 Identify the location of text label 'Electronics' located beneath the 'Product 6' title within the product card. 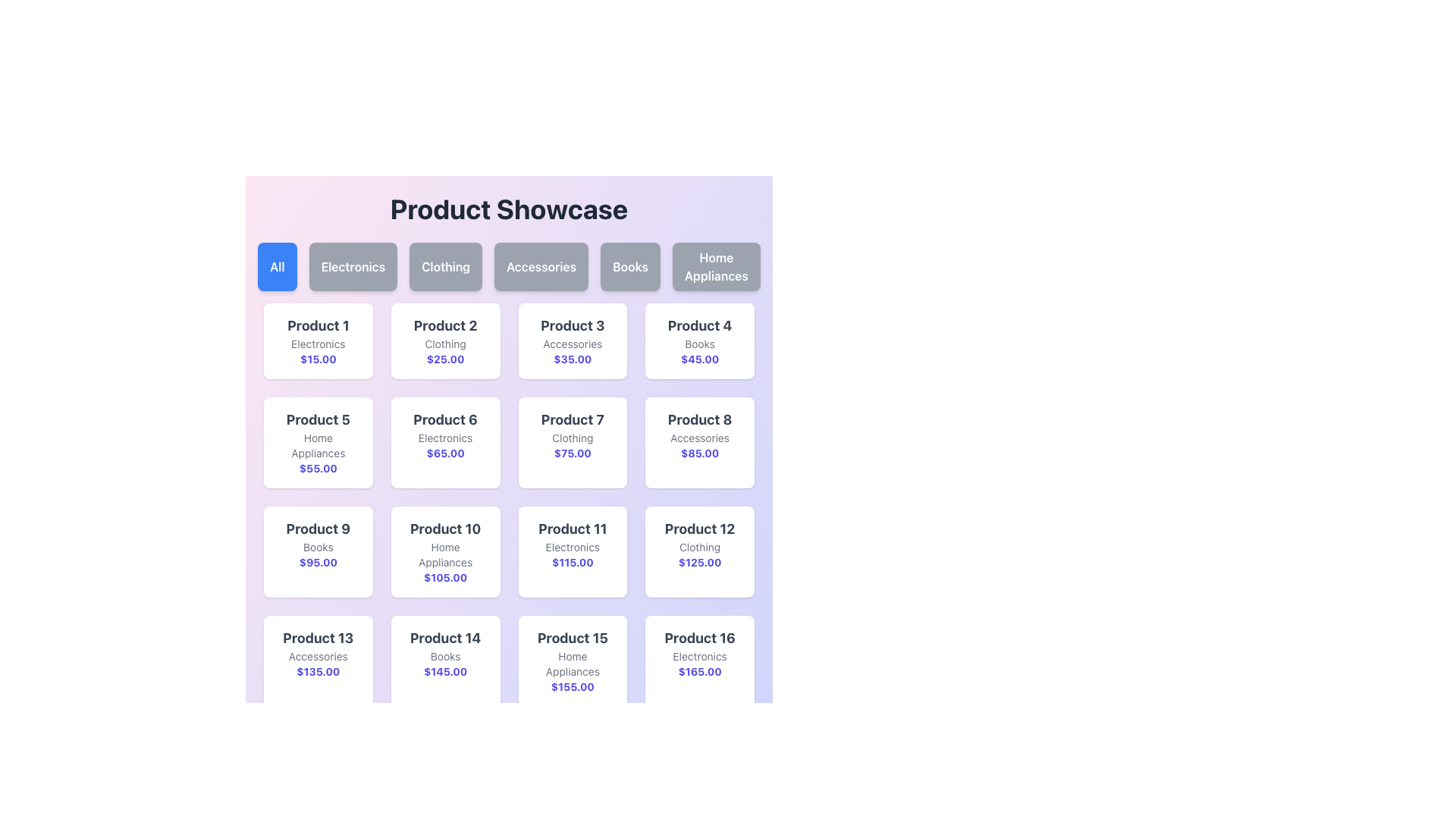
(444, 438).